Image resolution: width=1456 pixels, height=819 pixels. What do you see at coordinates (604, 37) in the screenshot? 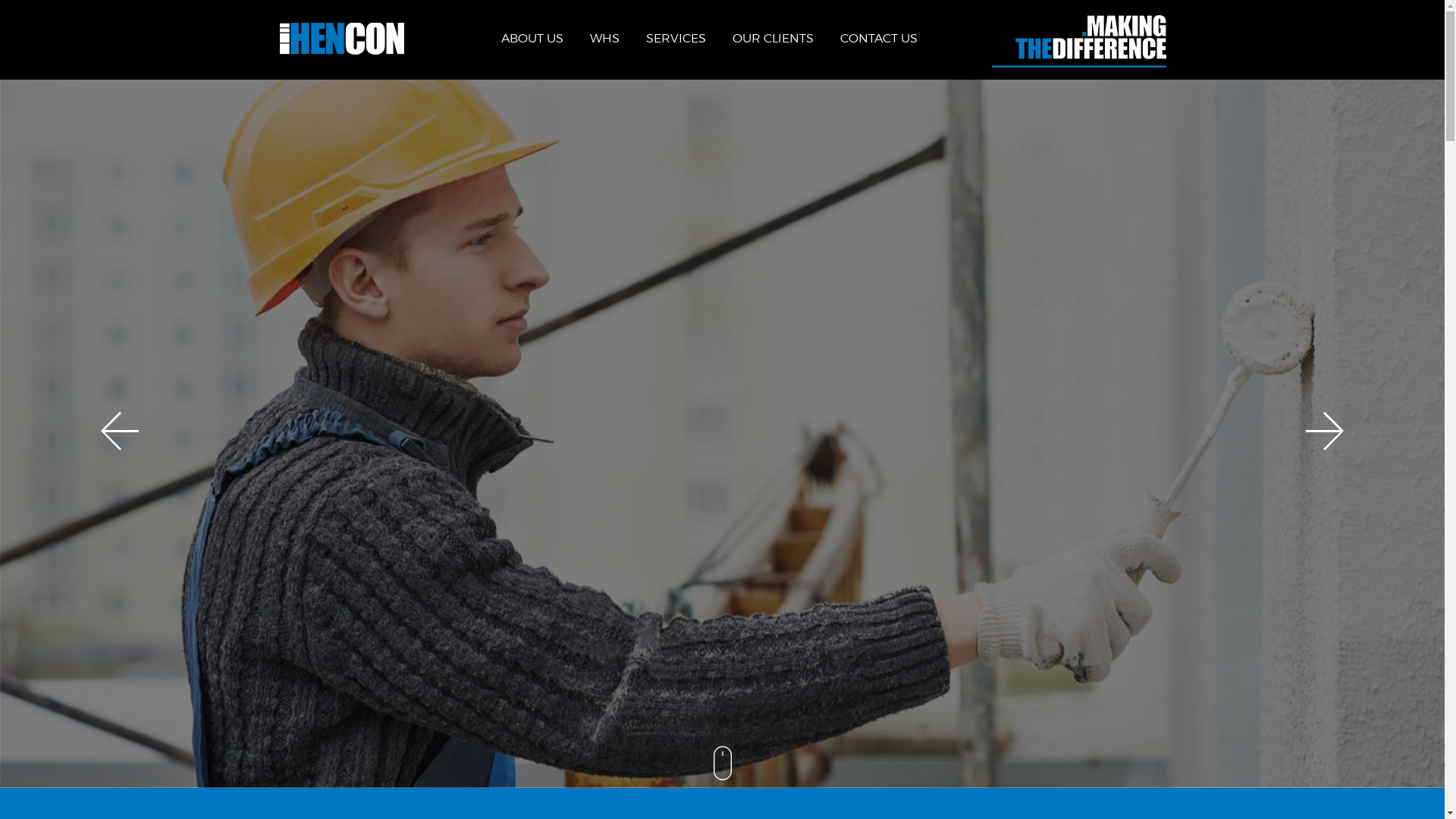
I see `'WHS'` at bounding box center [604, 37].